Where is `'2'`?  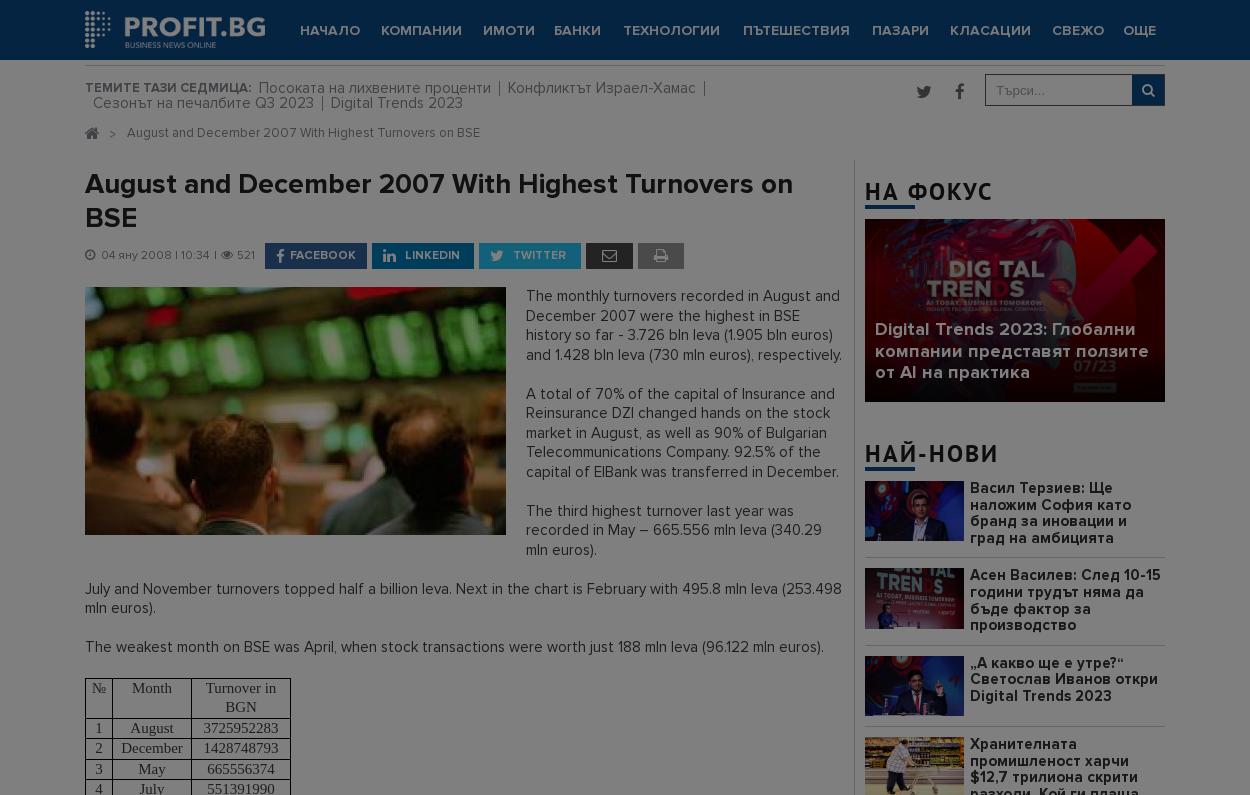
'2' is located at coordinates (97, 747).